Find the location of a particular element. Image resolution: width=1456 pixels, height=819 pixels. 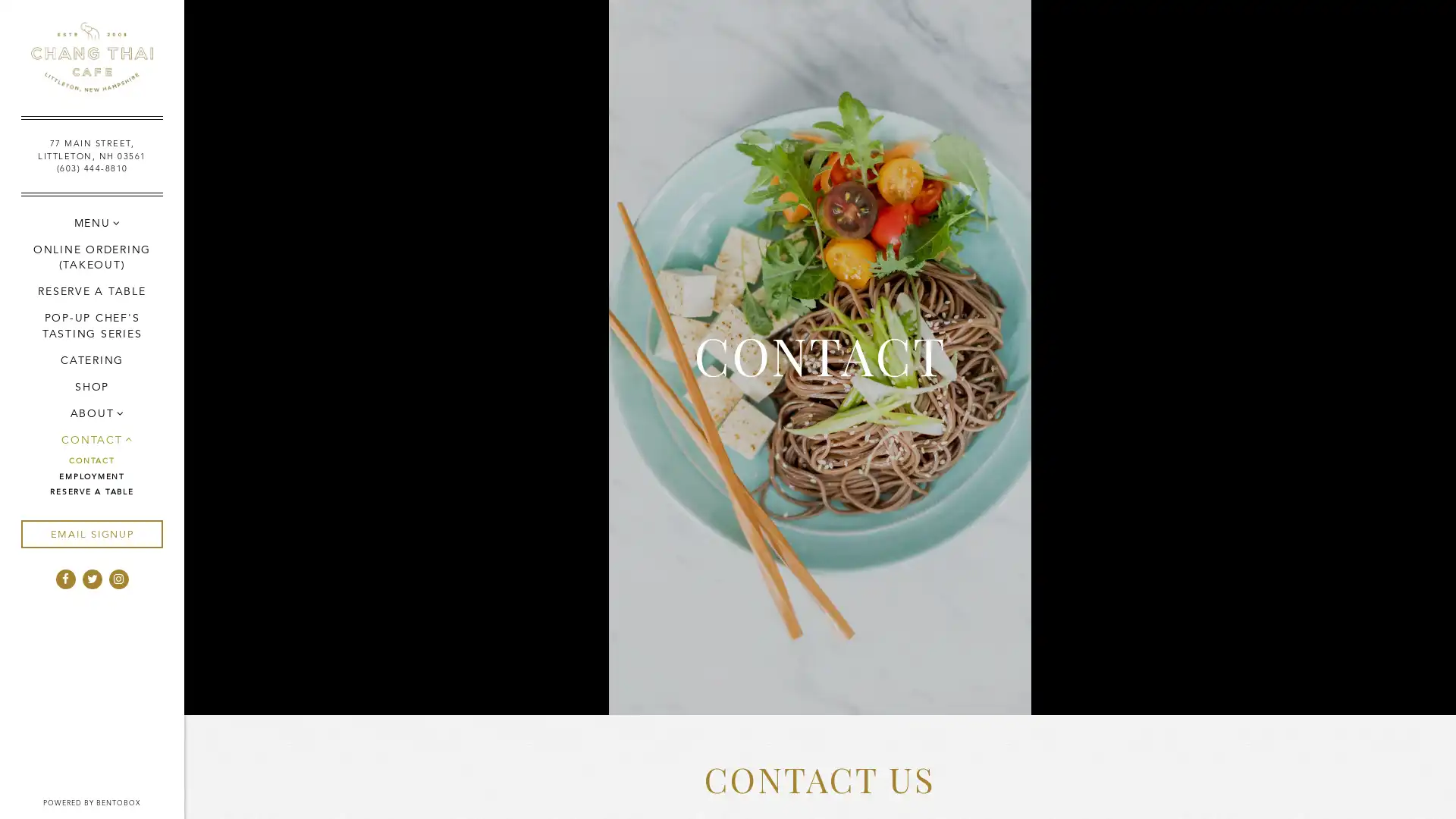

CONTACT is located at coordinates (90, 439).